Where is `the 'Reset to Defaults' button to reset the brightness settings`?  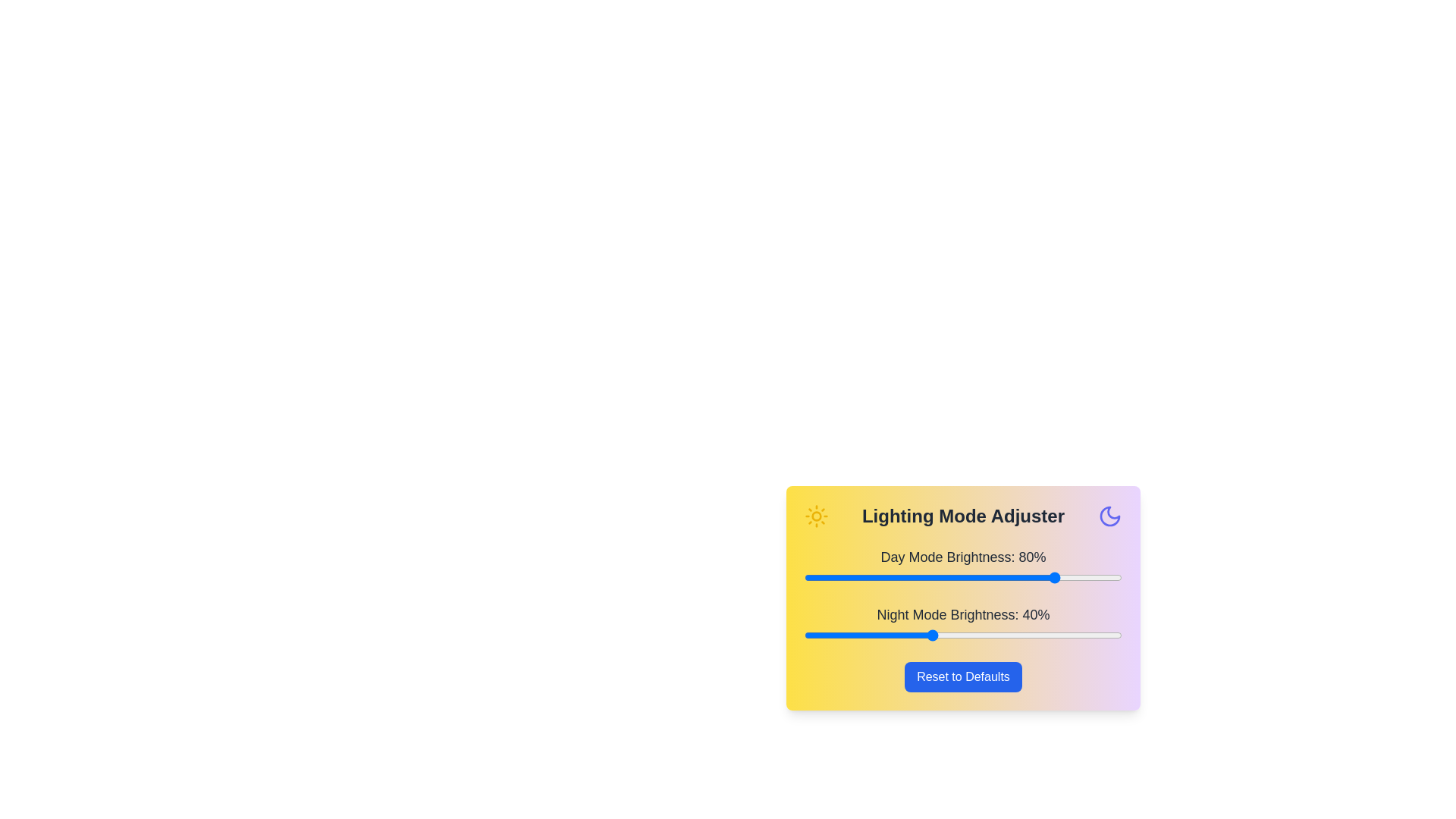 the 'Reset to Defaults' button to reset the brightness settings is located at coordinates (962, 676).